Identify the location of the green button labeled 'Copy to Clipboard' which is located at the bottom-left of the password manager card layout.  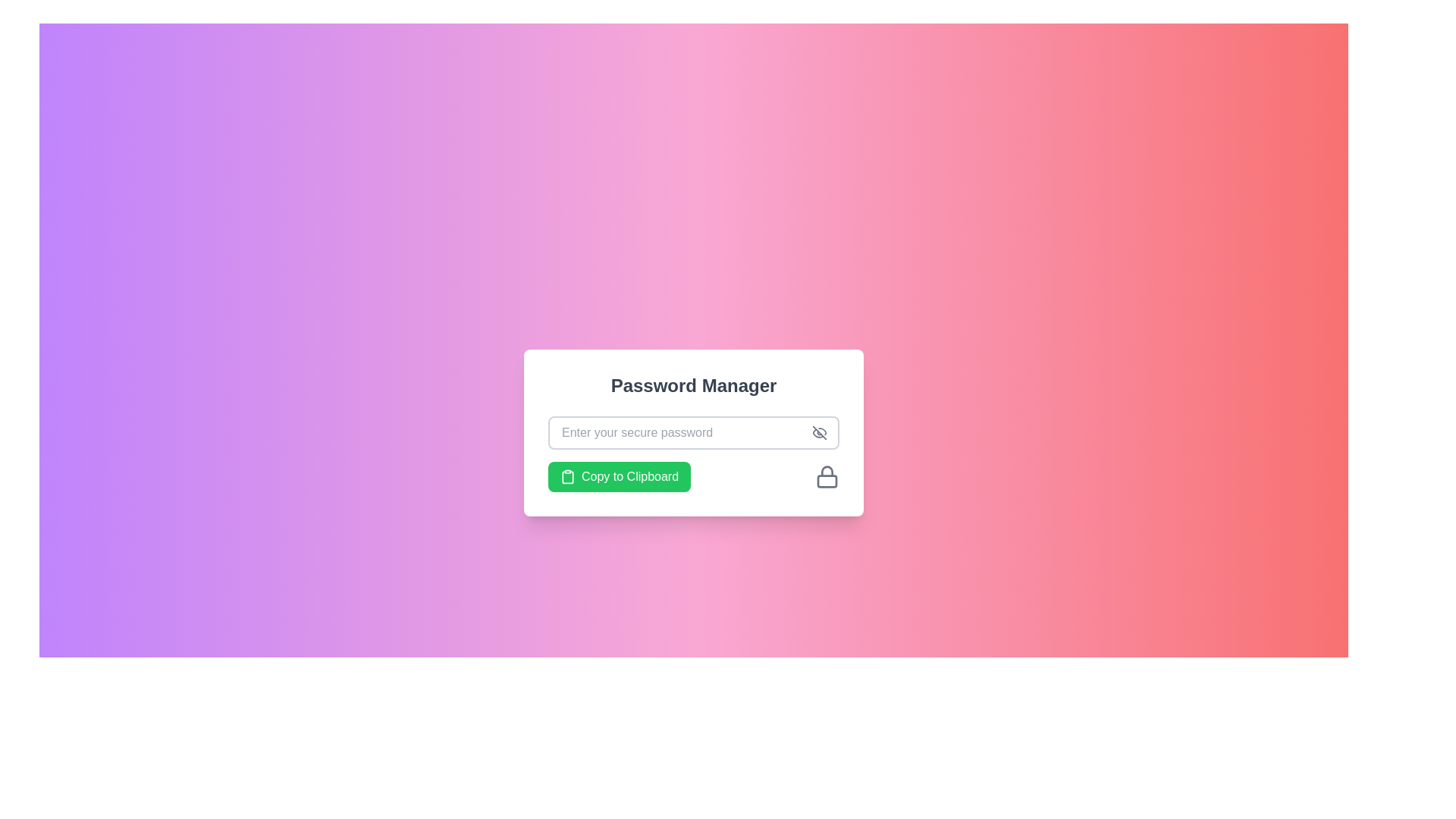
(629, 475).